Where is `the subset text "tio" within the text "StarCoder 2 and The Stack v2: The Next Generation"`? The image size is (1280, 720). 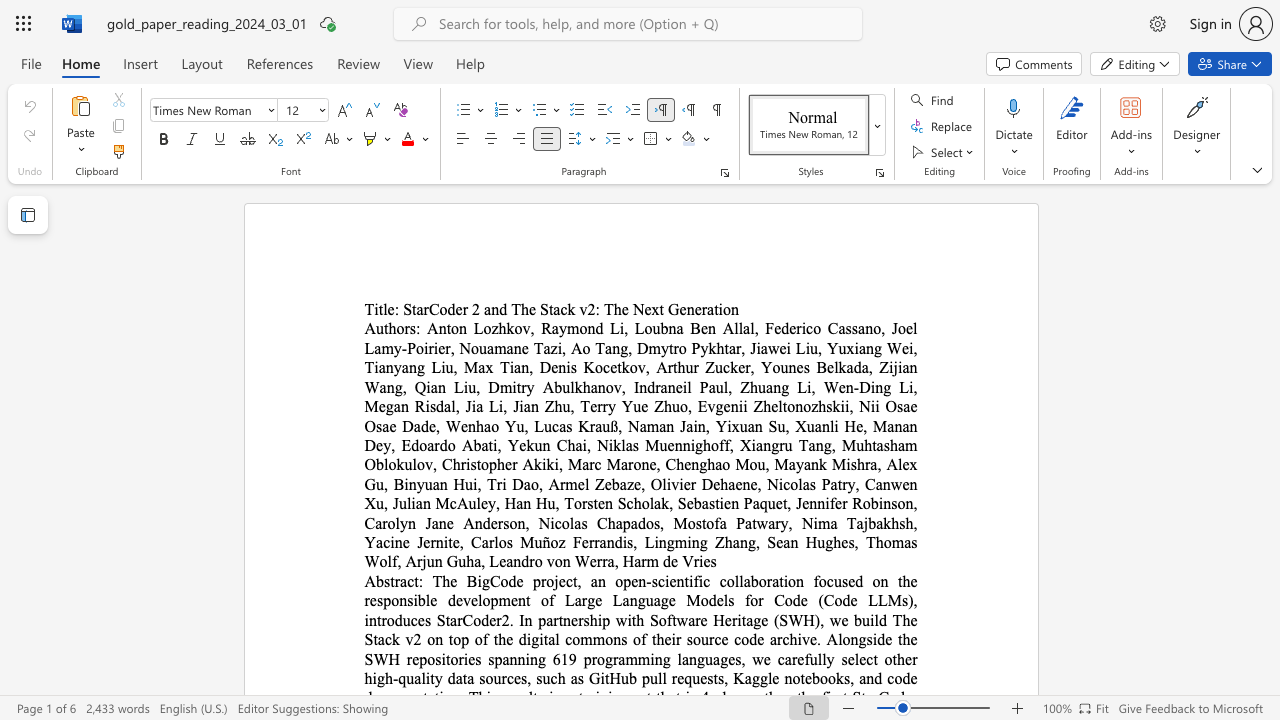 the subset text "tio" within the text "StarCoder 2 and The Stack v2: The Next Generation" is located at coordinates (714, 309).